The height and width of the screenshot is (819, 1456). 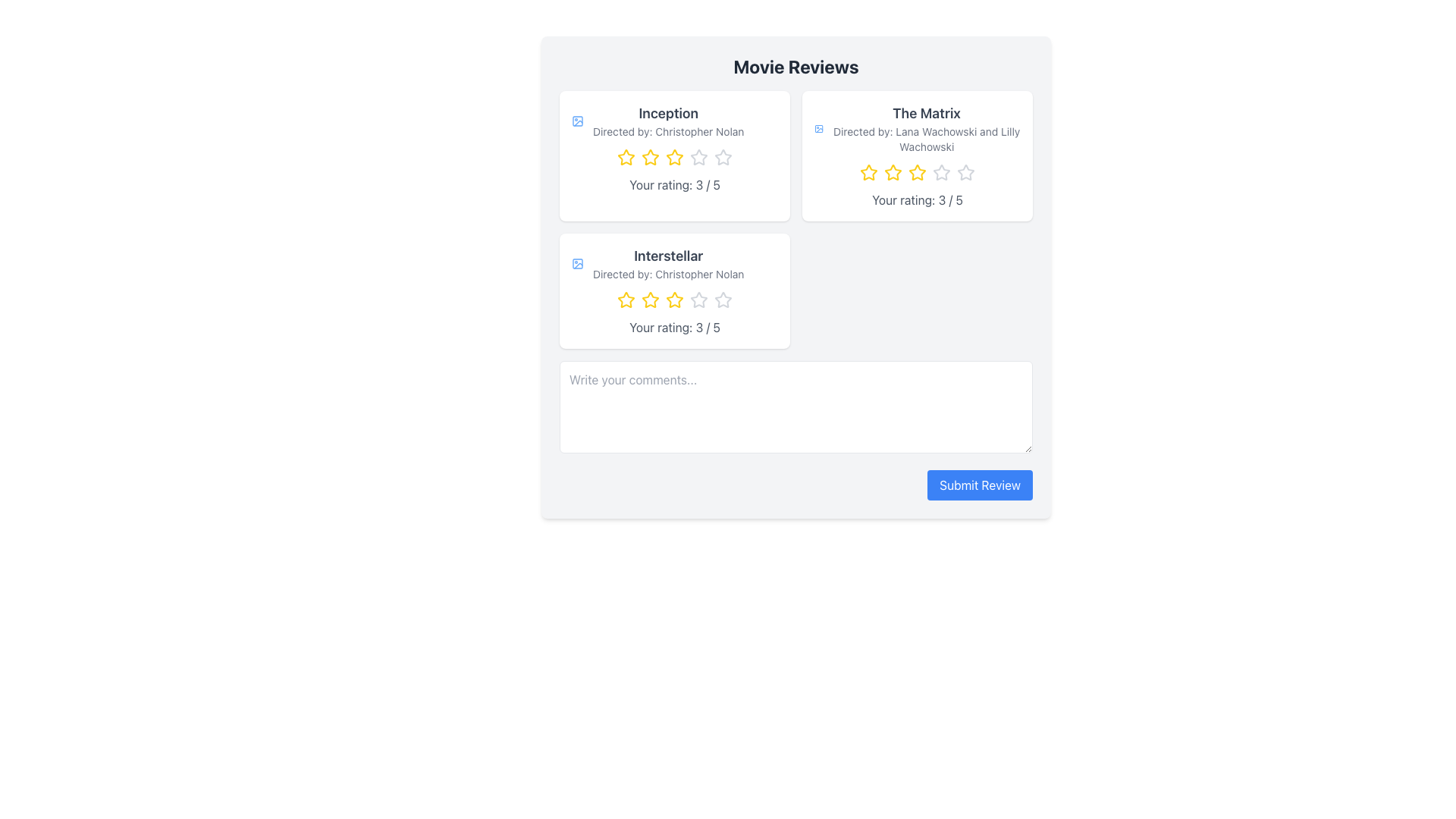 I want to click on the fourth star icon in the rating component for the movie 'Inception', so click(x=723, y=157).